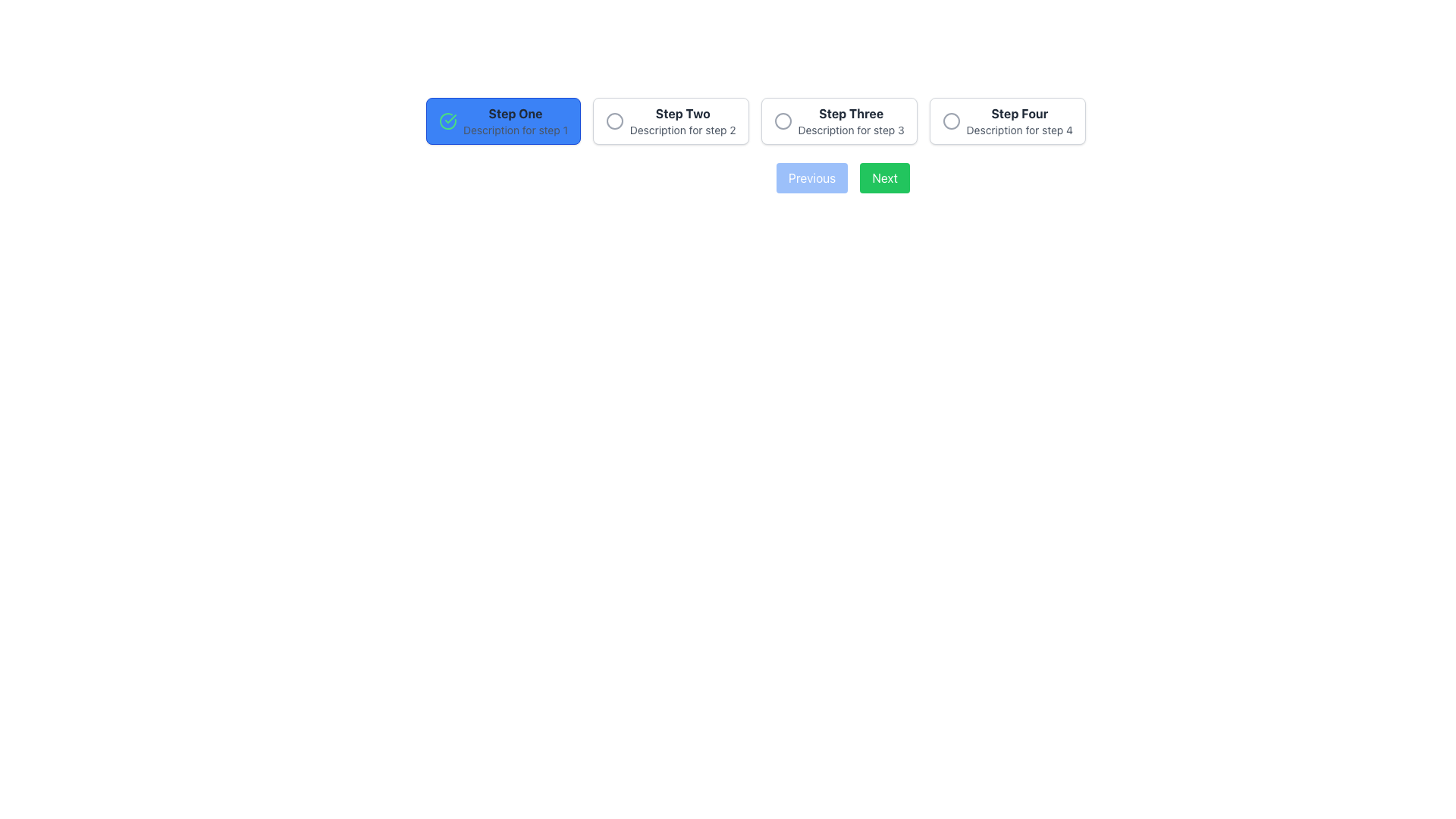 Image resolution: width=1456 pixels, height=819 pixels. I want to click on the text label that contains the phrase 'Description for step 3', which is located underneath the heading 'Step Three' in the step sequence, so click(851, 130).